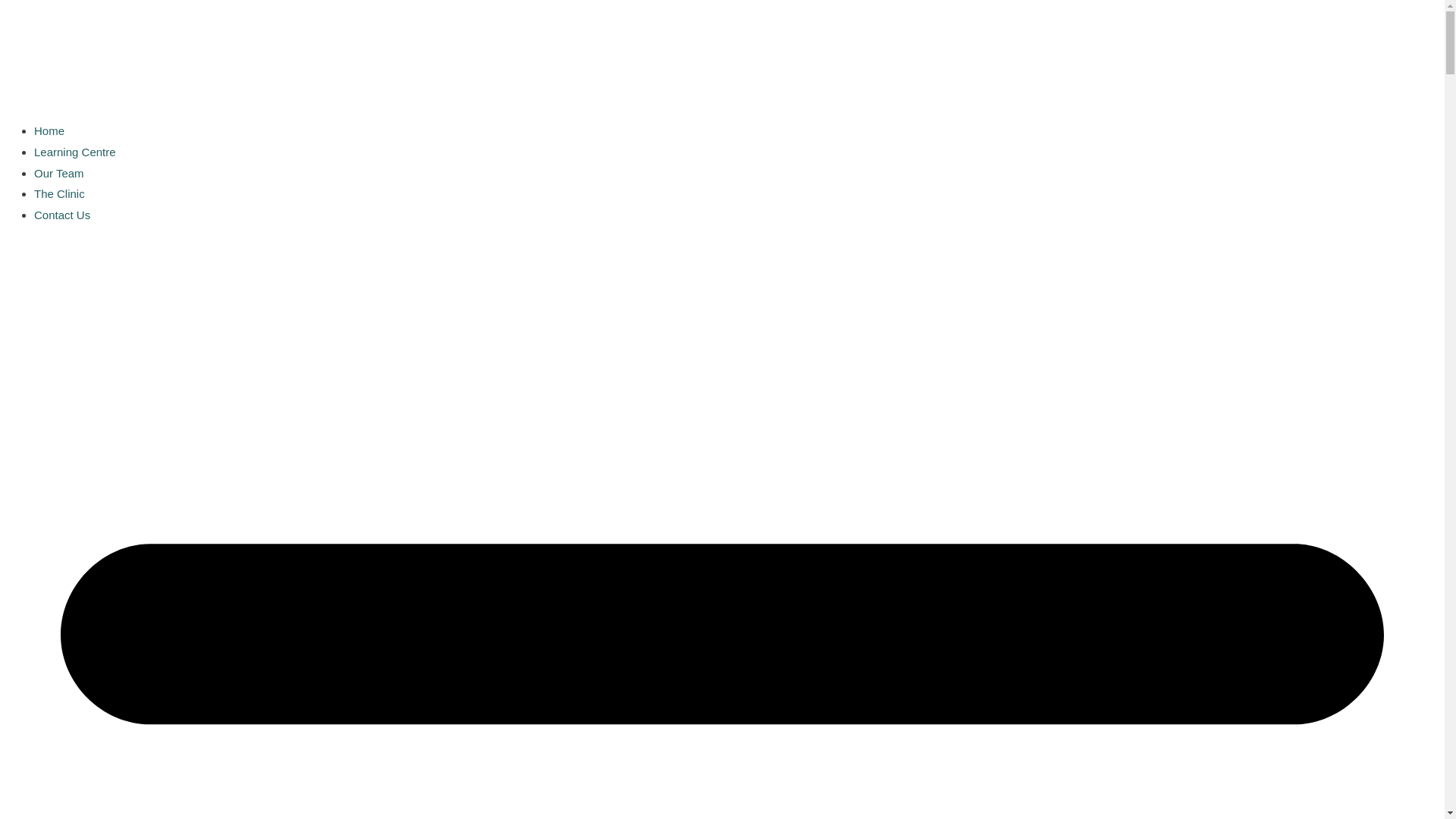  I want to click on 'Contact Us', so click(61, 215).